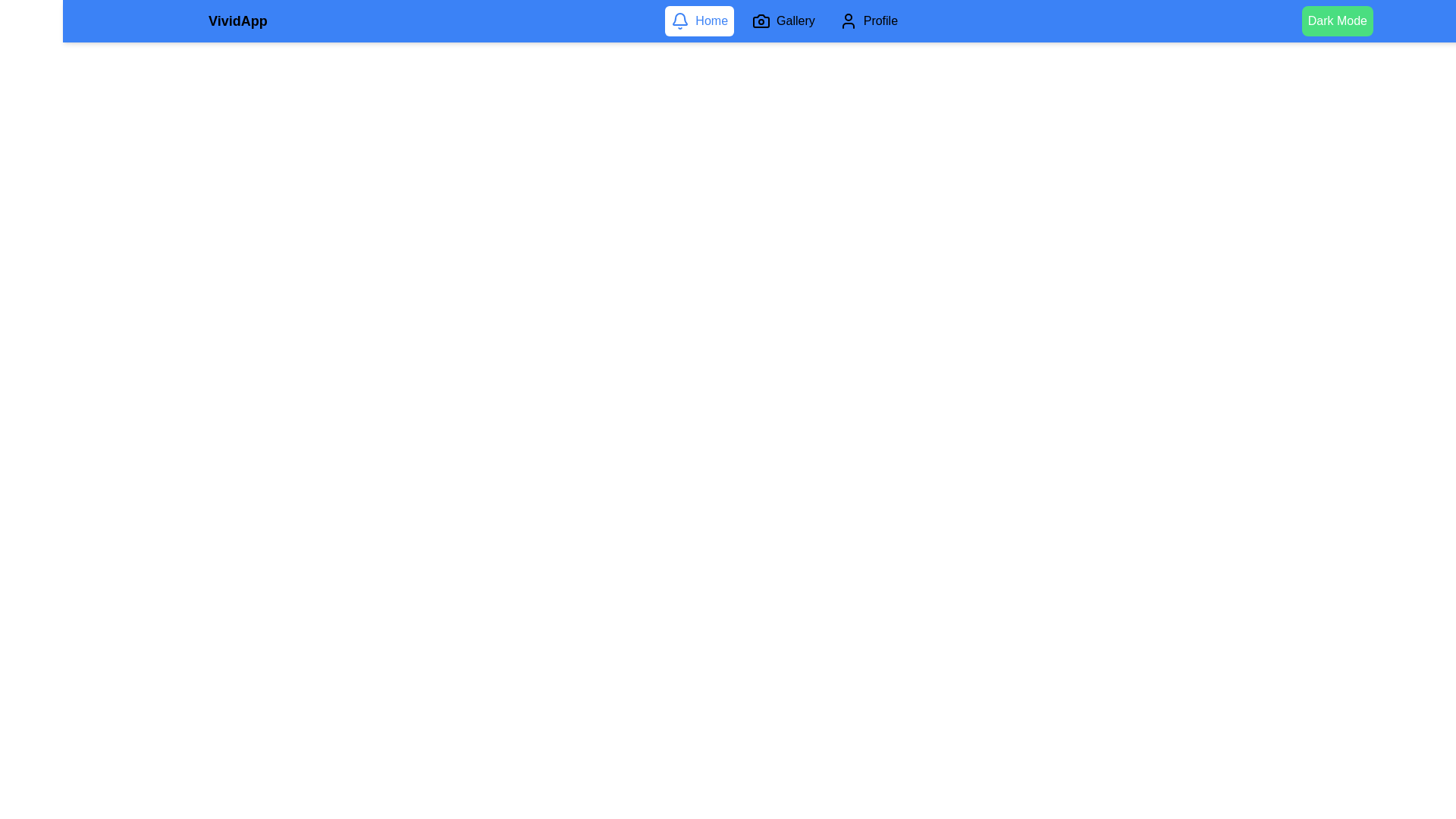 This screenshot has height=819, width=1456. What do you see at coordinates (868, 20) in the screenshot?
I see `the Profile tab to navigate` at bounding box center [868, 20].